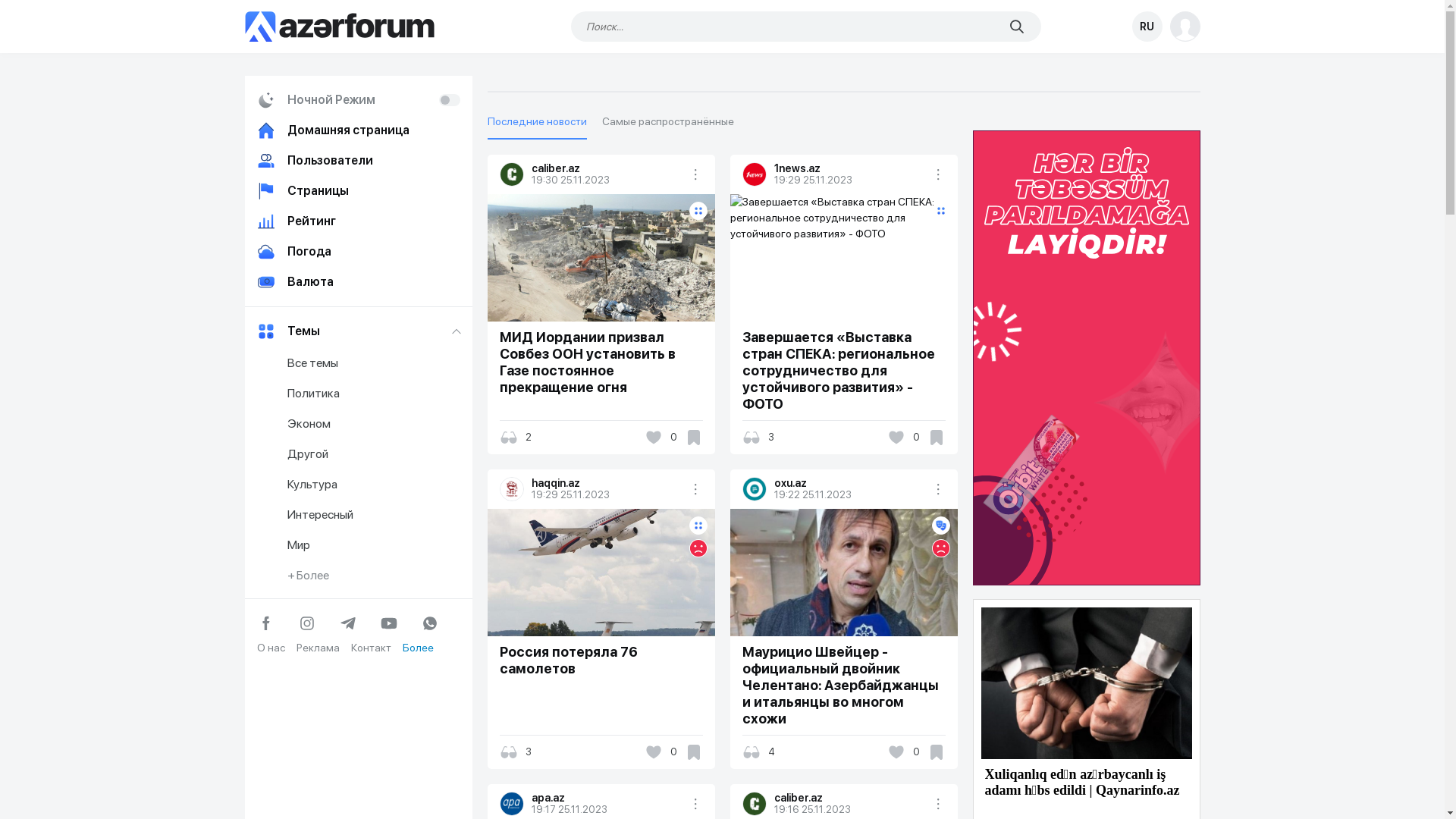 This screenshot has width=1456, height=819. What do you see at coordinates (607, 797) in the screenshot?
I see `'apa.az'` at bounding box center [607, 797].